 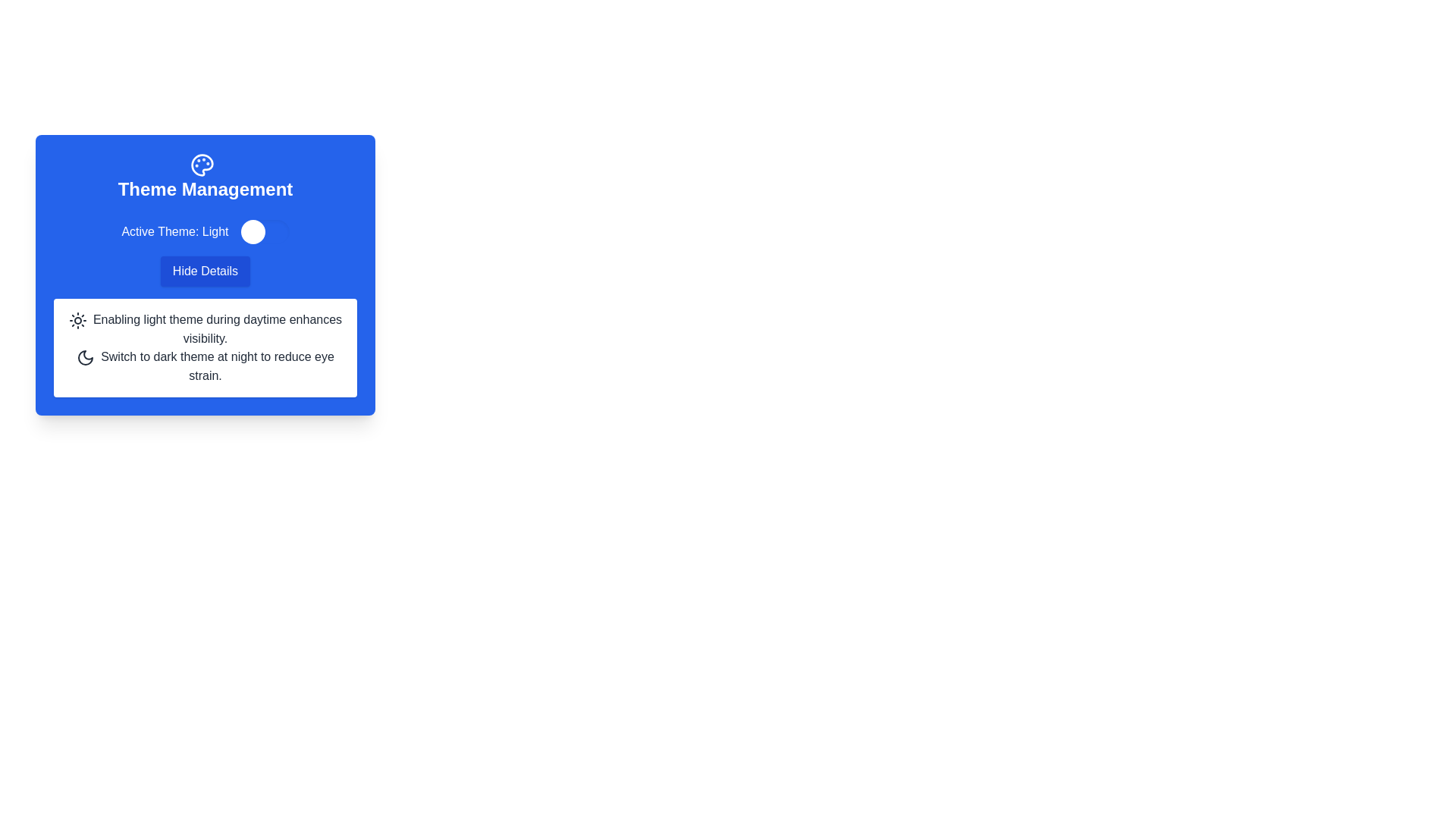 What do you see at coordinates (217, 366) in the screenshot?
I see `the text label reading 'Switch to dark theme at night to reduce eye strain.' which is styled in a dark font beneath the text about the light theme and beside a moon icon` at bounding box center [217, 366].